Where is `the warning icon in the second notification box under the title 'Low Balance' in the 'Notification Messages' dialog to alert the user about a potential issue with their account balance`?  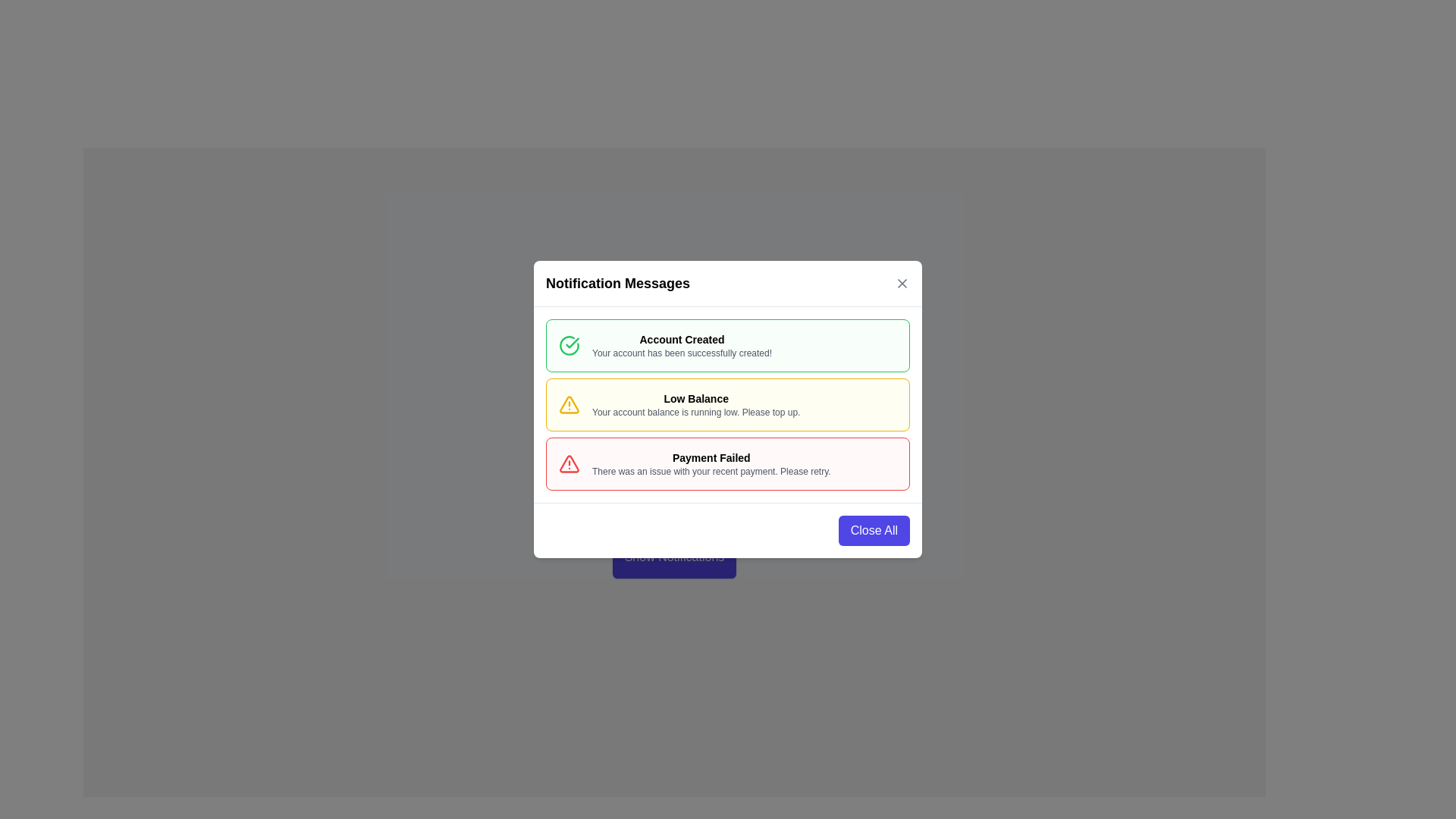
the warning icon in the second notification box under the title 'Low Balance' in the 'Notification Messages' dialog to alert the user about a potential issue with their account balance is located at coordinates (568, 403).